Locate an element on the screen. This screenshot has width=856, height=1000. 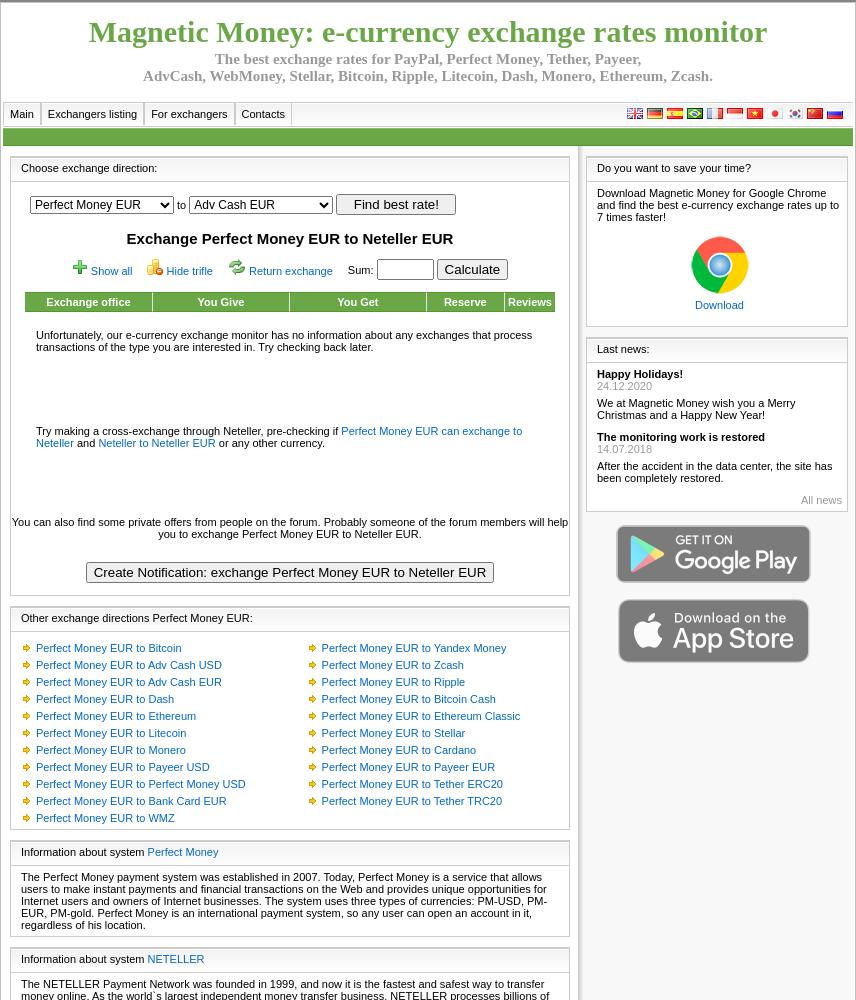
'Perfect Money EUR  to  Stellar' is located at coordinates (392, 732).